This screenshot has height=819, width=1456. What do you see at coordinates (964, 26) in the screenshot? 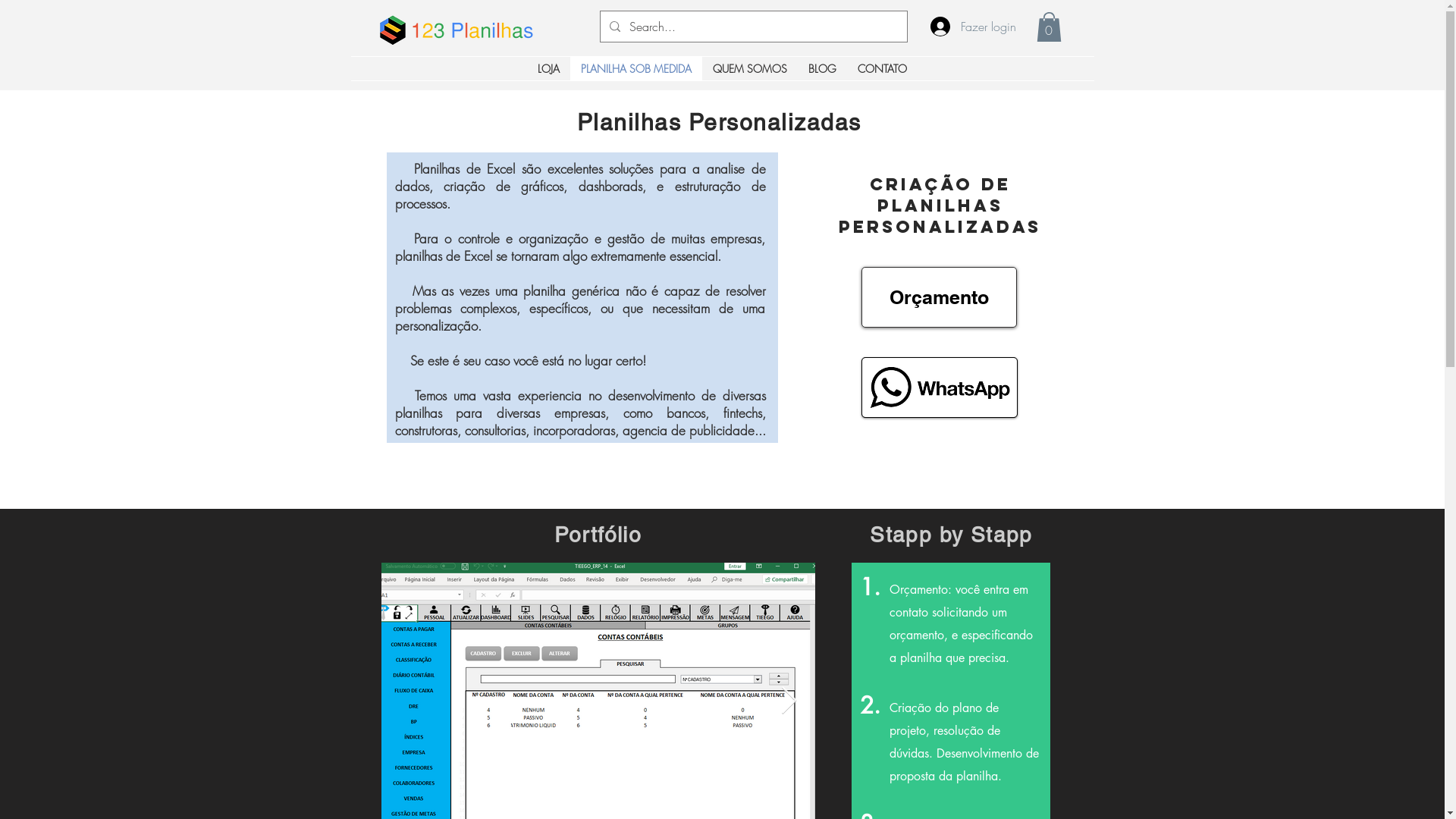
I see `'Fazer login'` at bounding box center [964, 26].